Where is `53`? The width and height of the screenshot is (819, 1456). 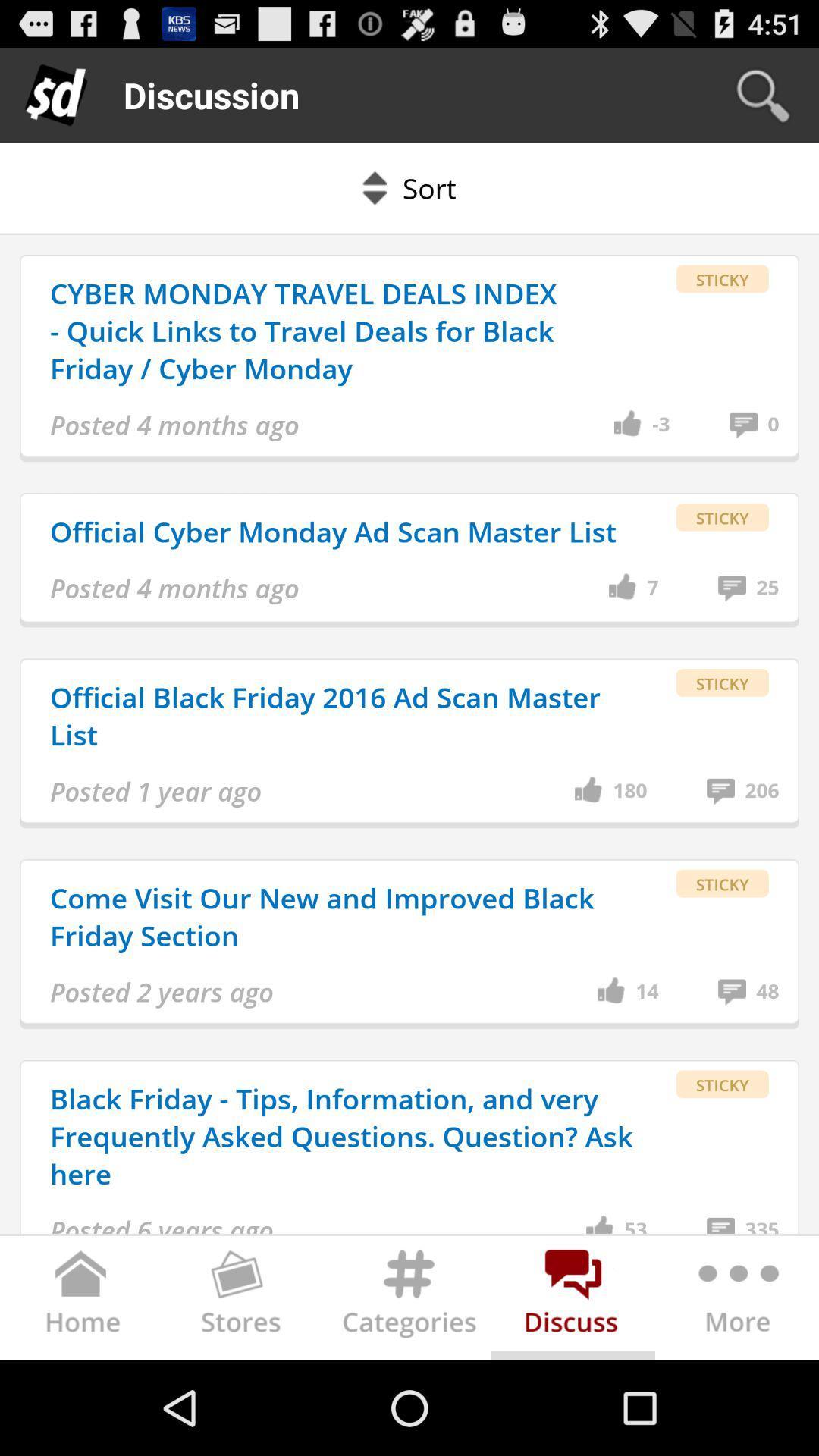 53 is located at coordinates (635, 1224).